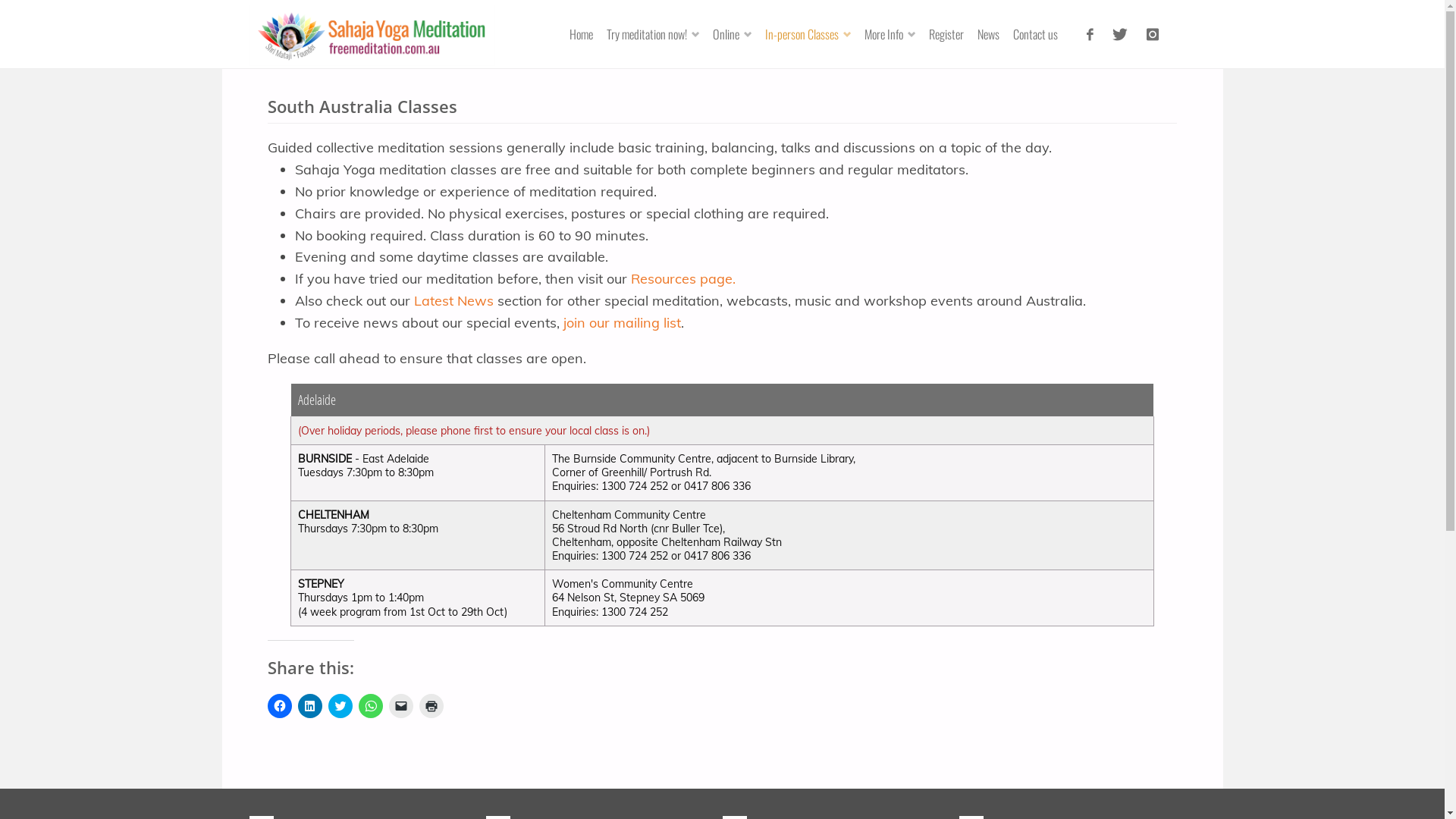 The image size is (1456, 819). I want to click on 'Free Meditation Worldwide', so click(371, 33).